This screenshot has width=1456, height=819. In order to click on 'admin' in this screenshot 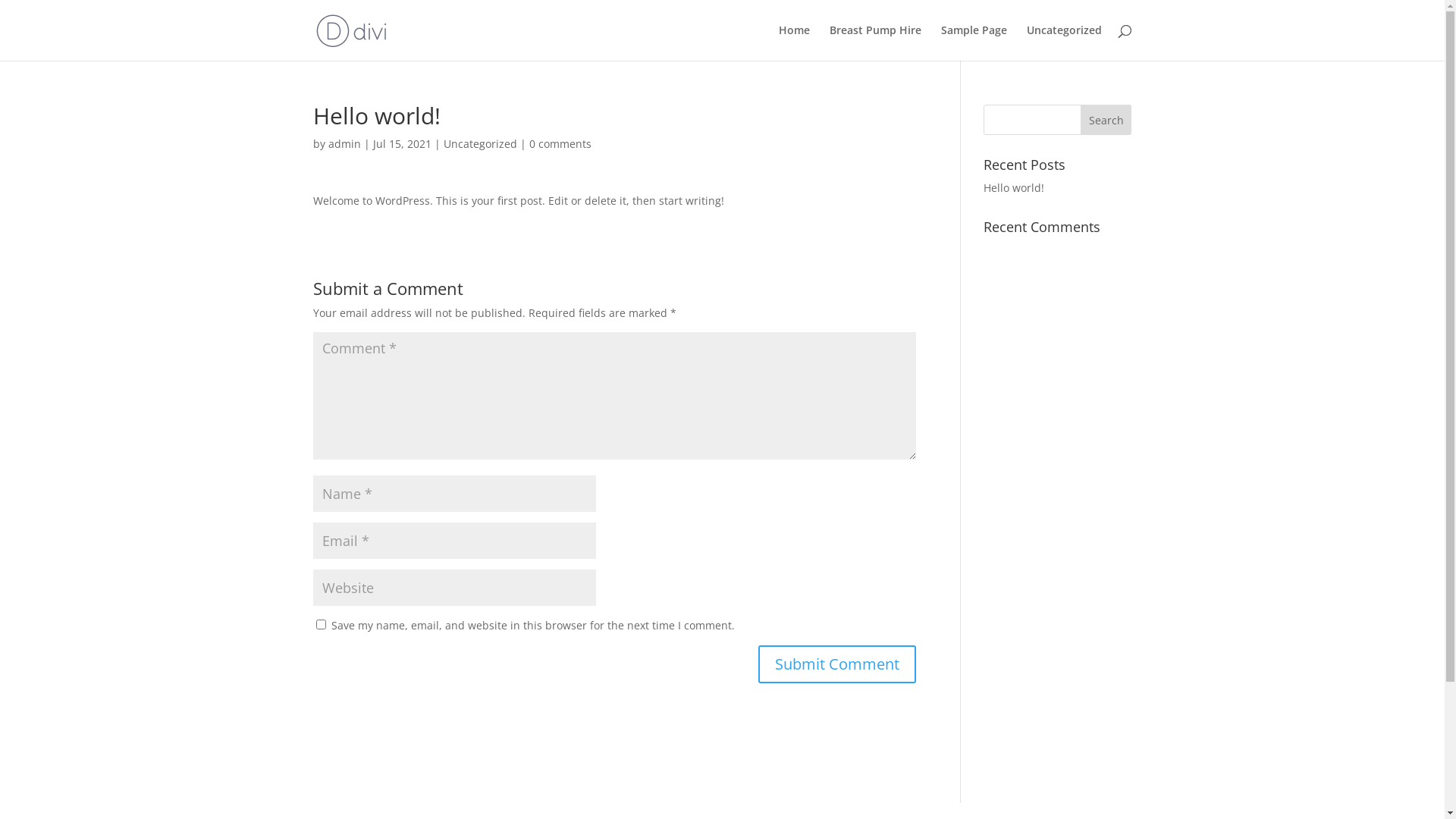, I will do `click(343, 143)`.